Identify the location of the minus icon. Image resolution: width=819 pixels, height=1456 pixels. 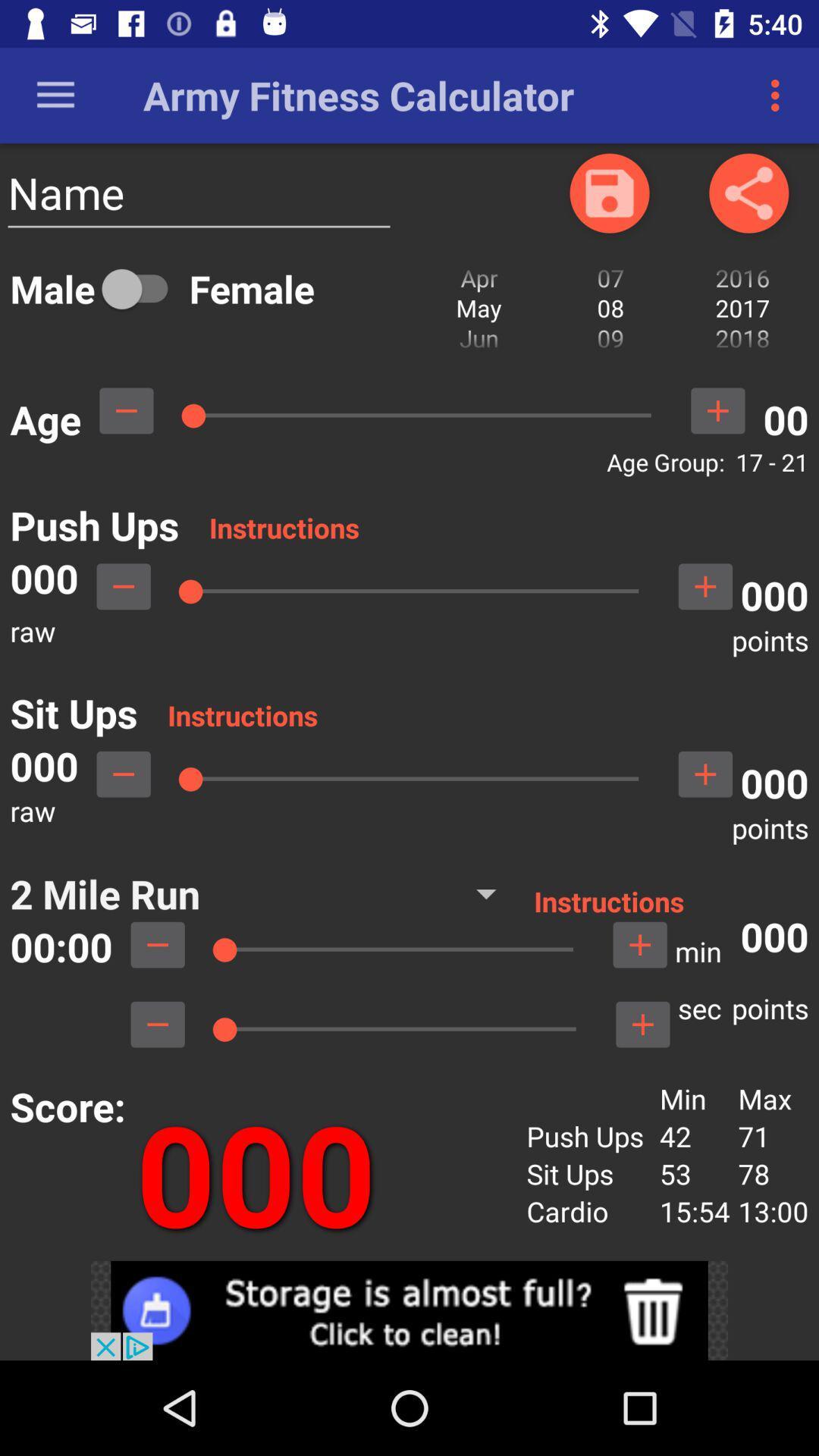
(123, 585).